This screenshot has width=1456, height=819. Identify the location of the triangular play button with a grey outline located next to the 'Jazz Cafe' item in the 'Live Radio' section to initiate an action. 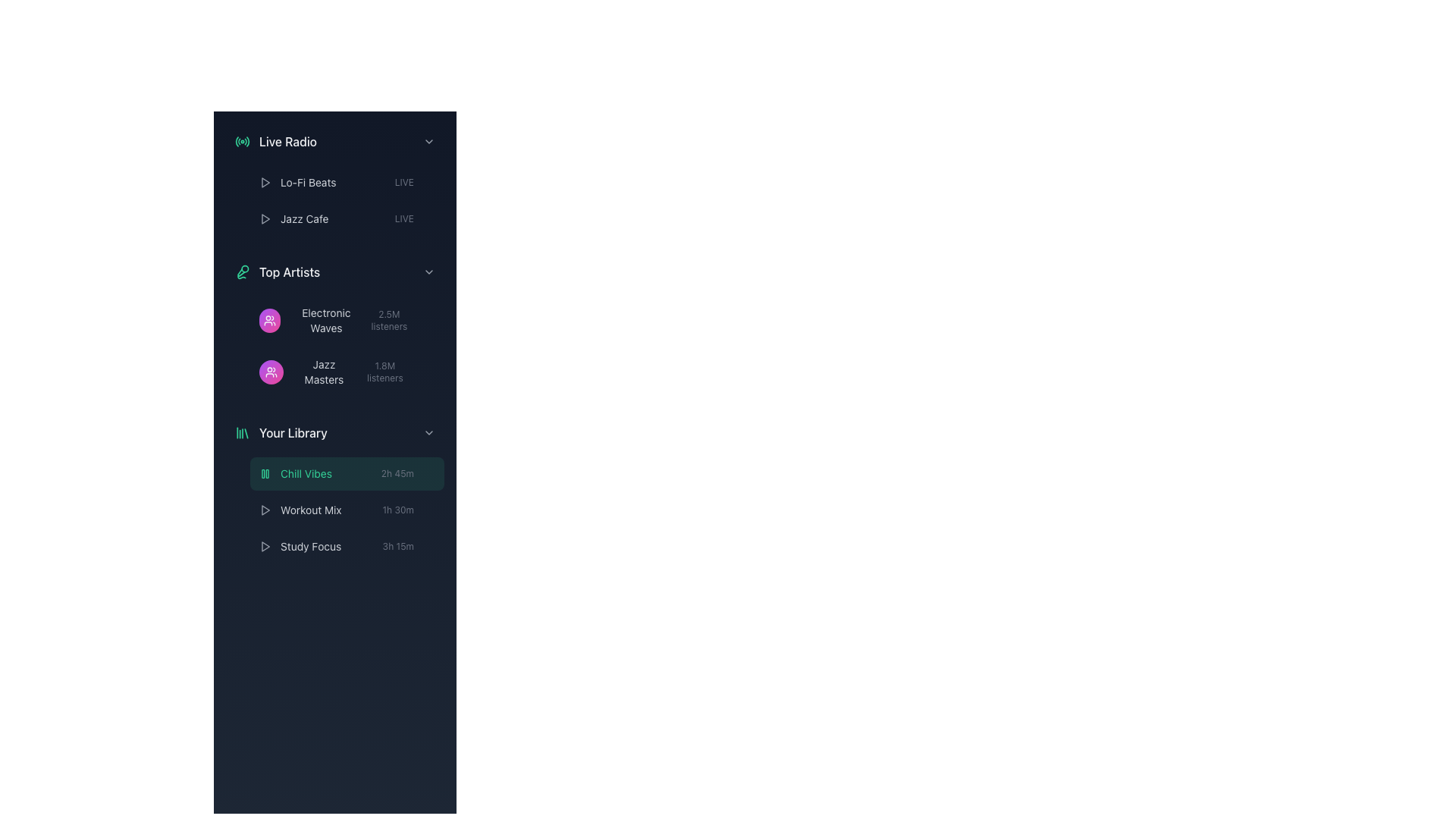
(265, 181).